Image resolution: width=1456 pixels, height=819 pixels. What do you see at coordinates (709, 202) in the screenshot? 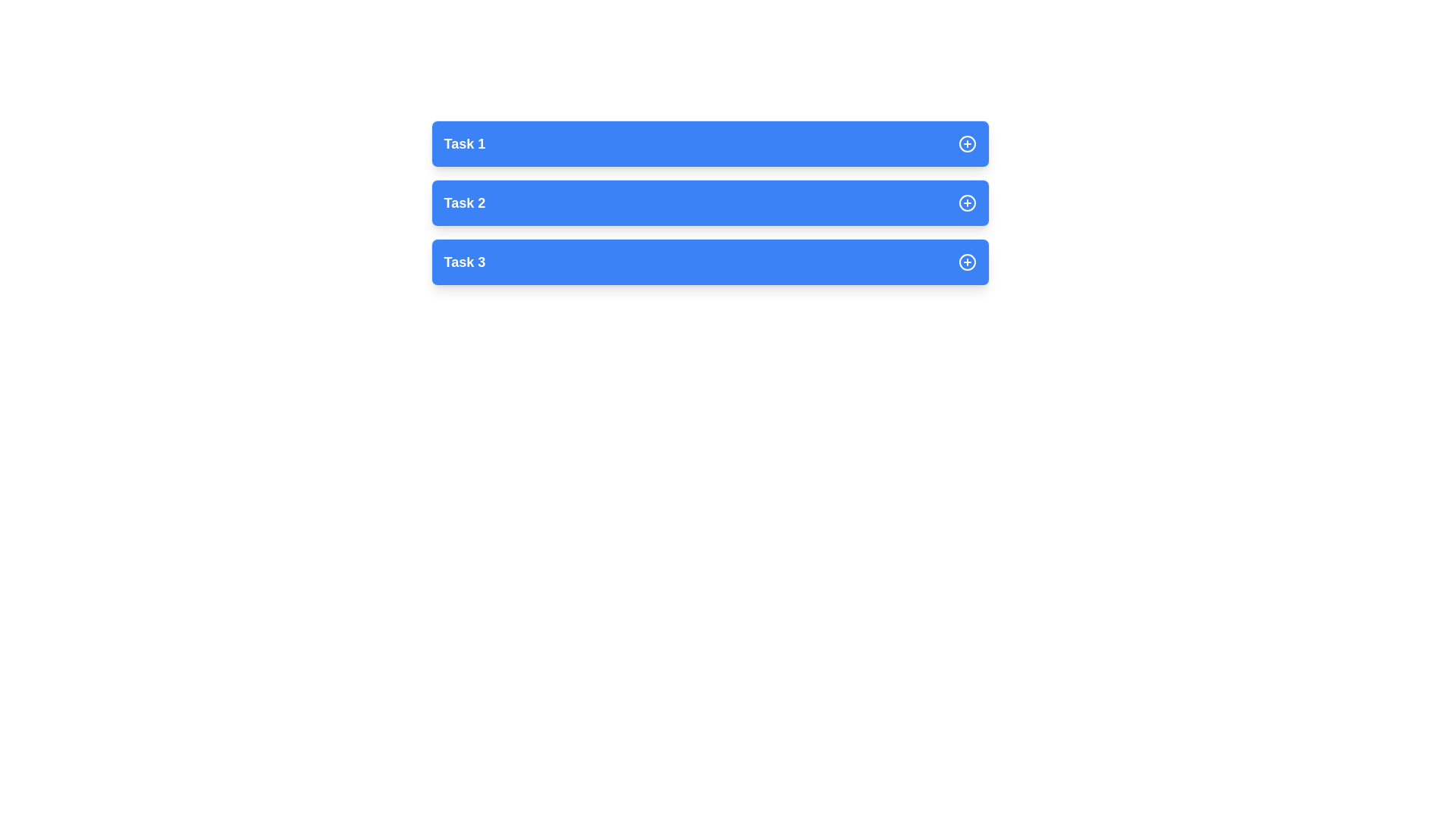
I see `the 'Task 2' item in the vertical task list` at bounding box center [709, 202].